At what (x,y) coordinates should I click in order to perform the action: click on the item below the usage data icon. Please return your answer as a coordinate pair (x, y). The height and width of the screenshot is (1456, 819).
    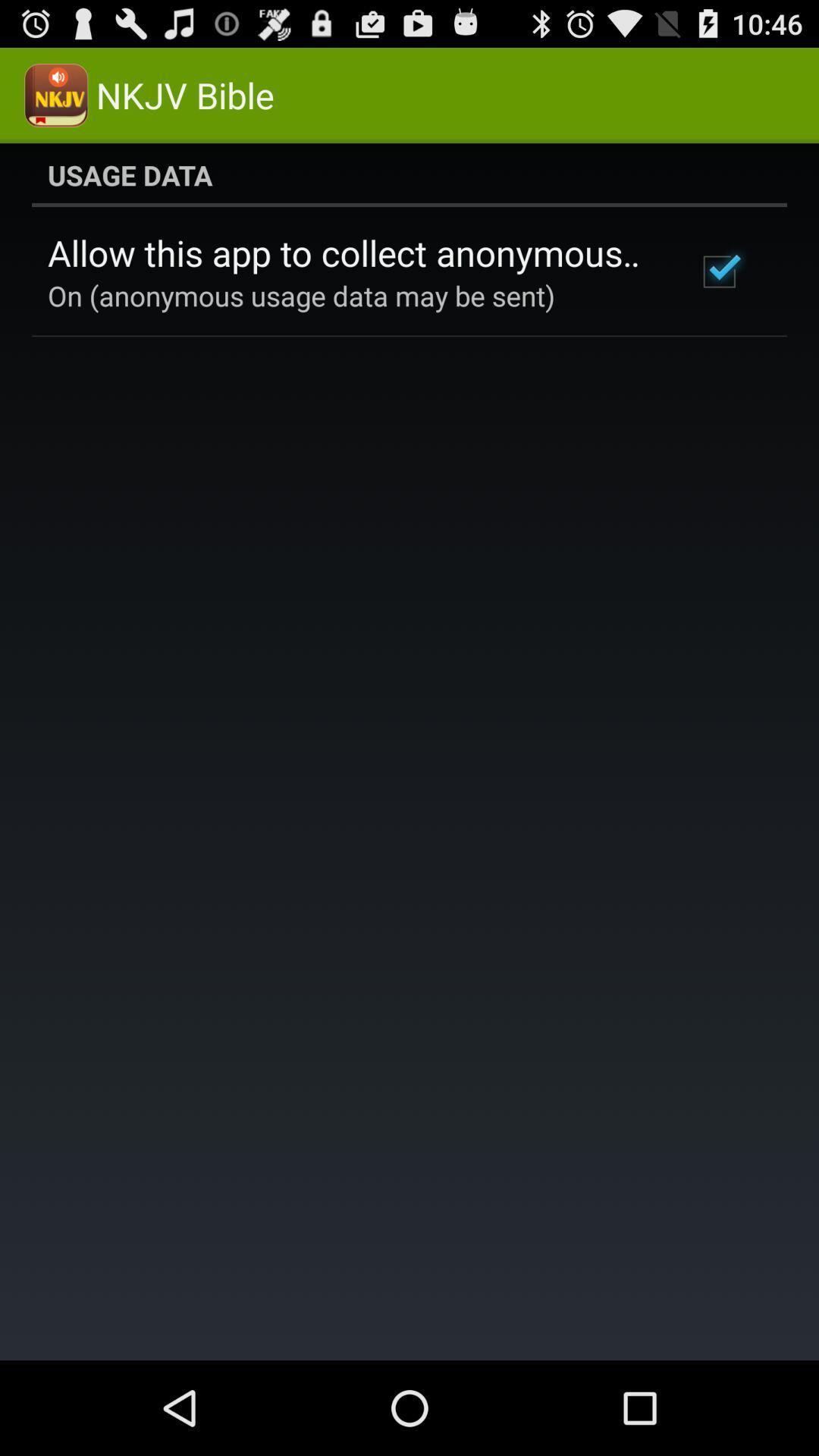
    Looking at the image, I should click on (351, 253).